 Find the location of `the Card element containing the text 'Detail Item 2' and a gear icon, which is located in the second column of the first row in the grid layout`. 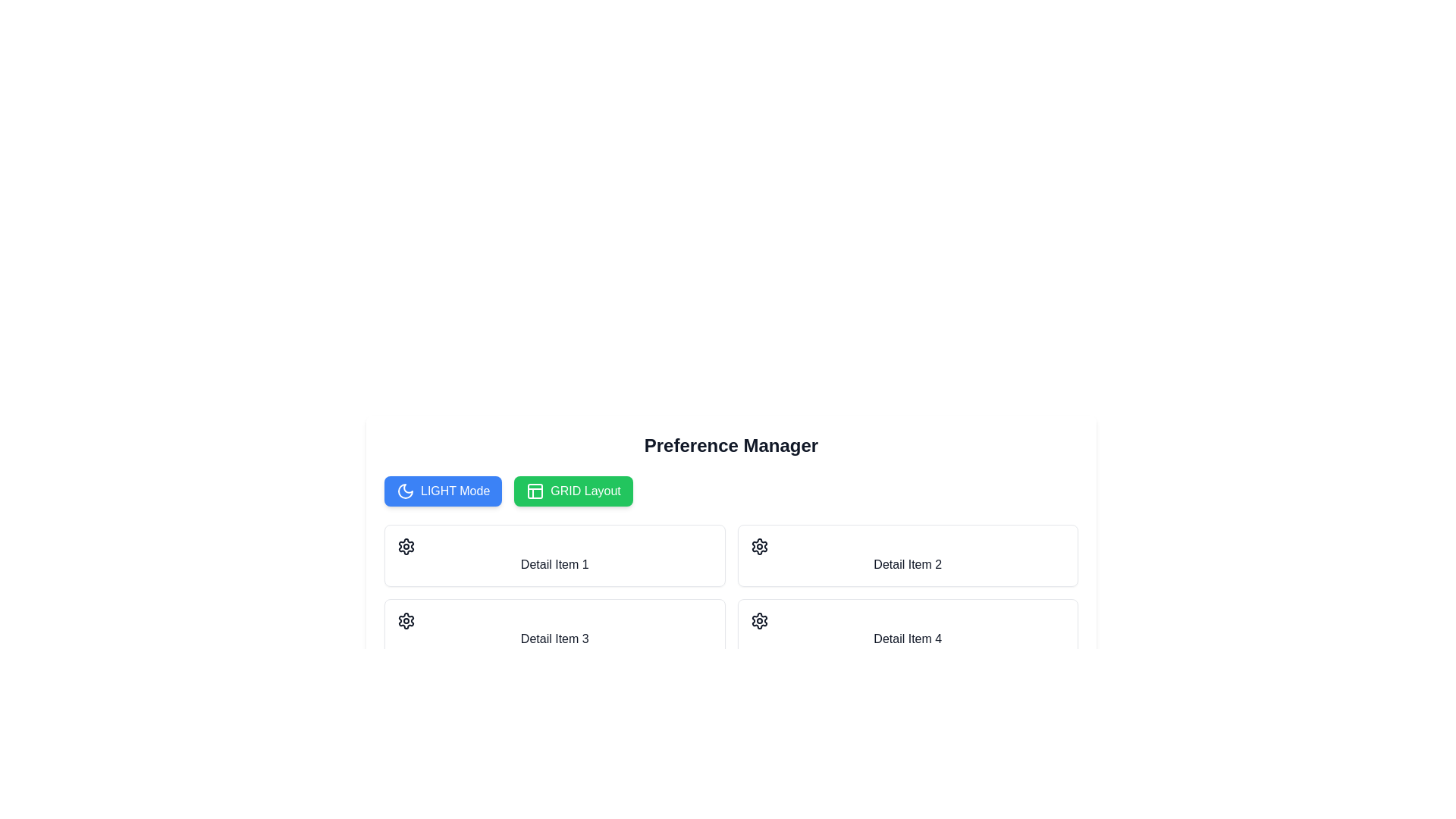

the Card element containing the text 'Detail Item 2' and a gear icon, which is located in the second column of the first row in the grid layout is located at coordinates (908, 555).